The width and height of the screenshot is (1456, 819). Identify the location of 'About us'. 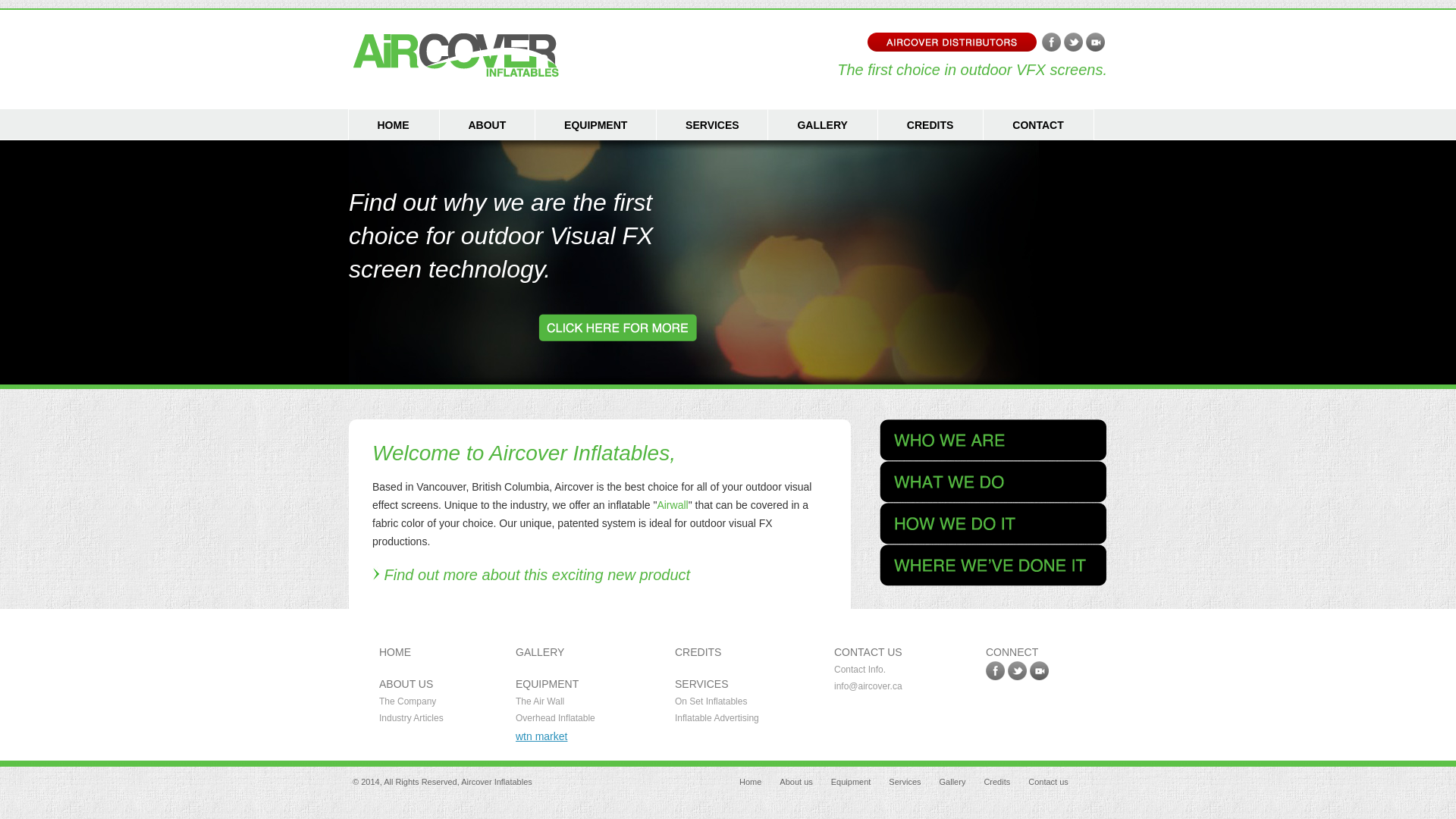
(767, 781).